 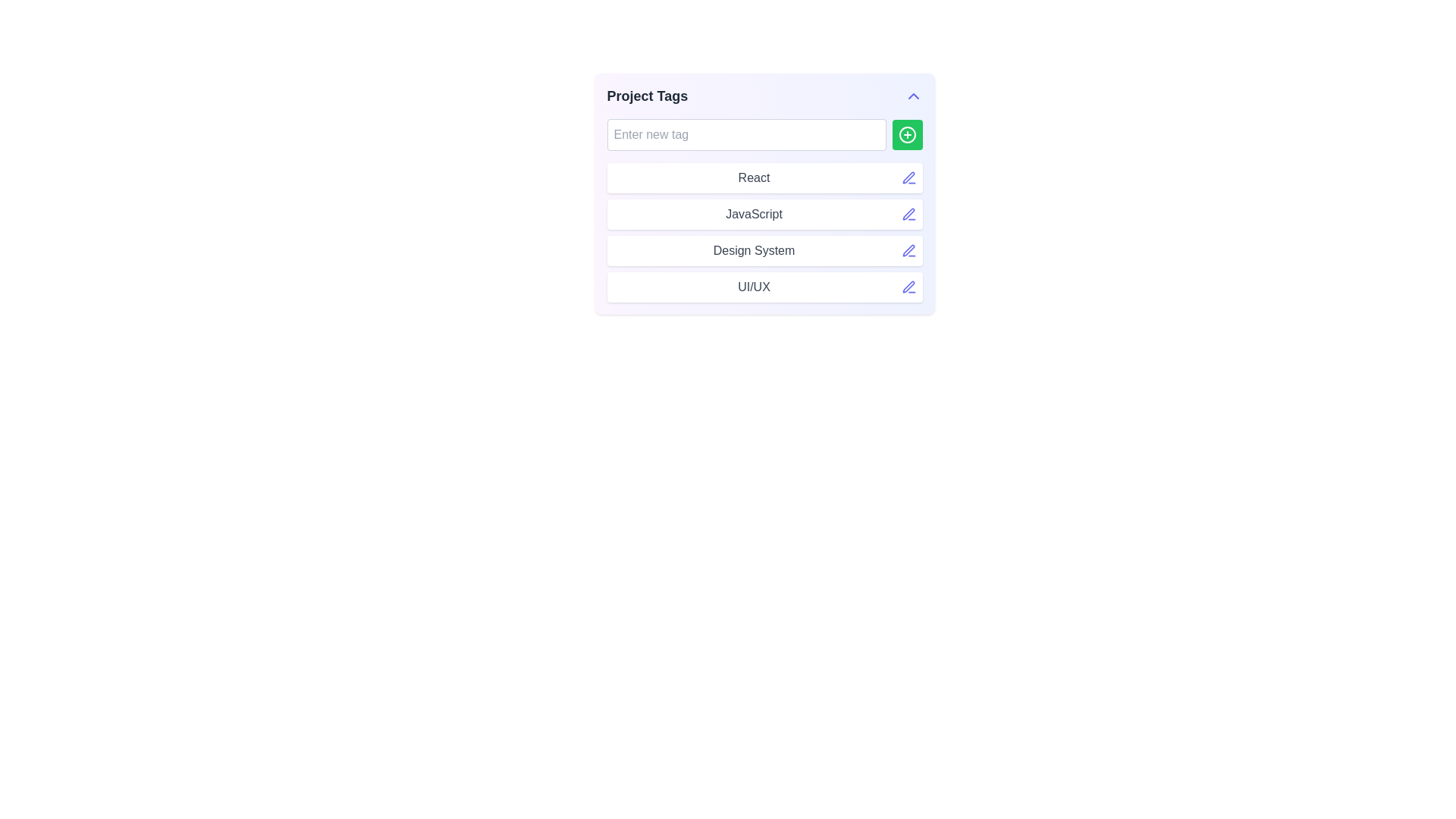 What do you see at coordinates (754, 214) in the screenshot?
I see `the text label displaying 'JavaScript' in the second entry of the 'Project Tags' section` at bounding box center [754, 214].